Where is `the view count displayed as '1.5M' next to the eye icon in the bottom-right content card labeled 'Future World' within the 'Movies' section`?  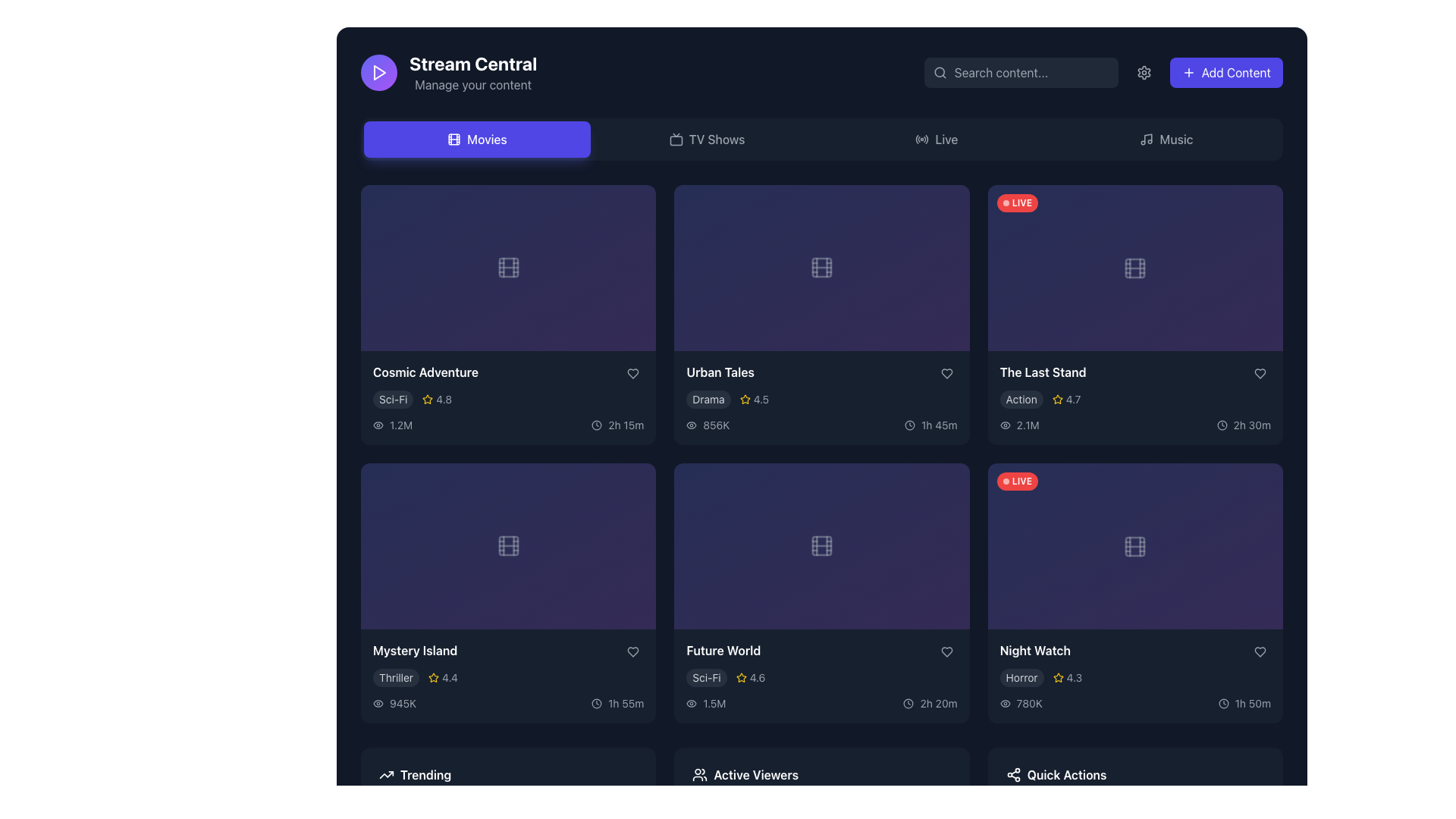
the view count displayed as '1.5M' next to the eye icon in the bottom-right content card labeled 'Future World' within the 'Movies' section is located at coordinates (705, 703).